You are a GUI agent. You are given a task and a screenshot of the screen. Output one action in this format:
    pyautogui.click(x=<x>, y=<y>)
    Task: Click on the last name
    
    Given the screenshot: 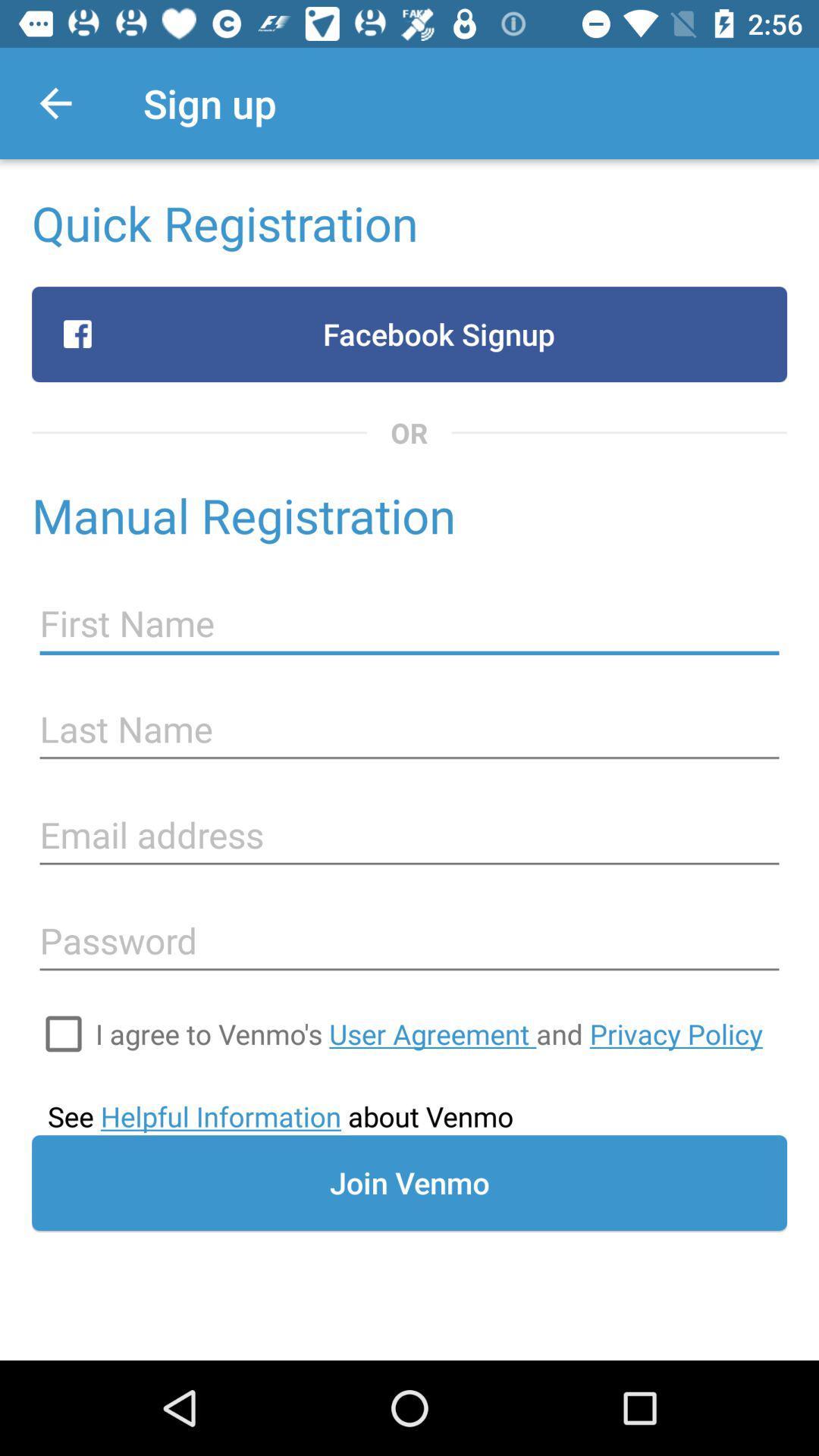 What is the action you would take?
    pyautogui.click(x=409, y=730)
    